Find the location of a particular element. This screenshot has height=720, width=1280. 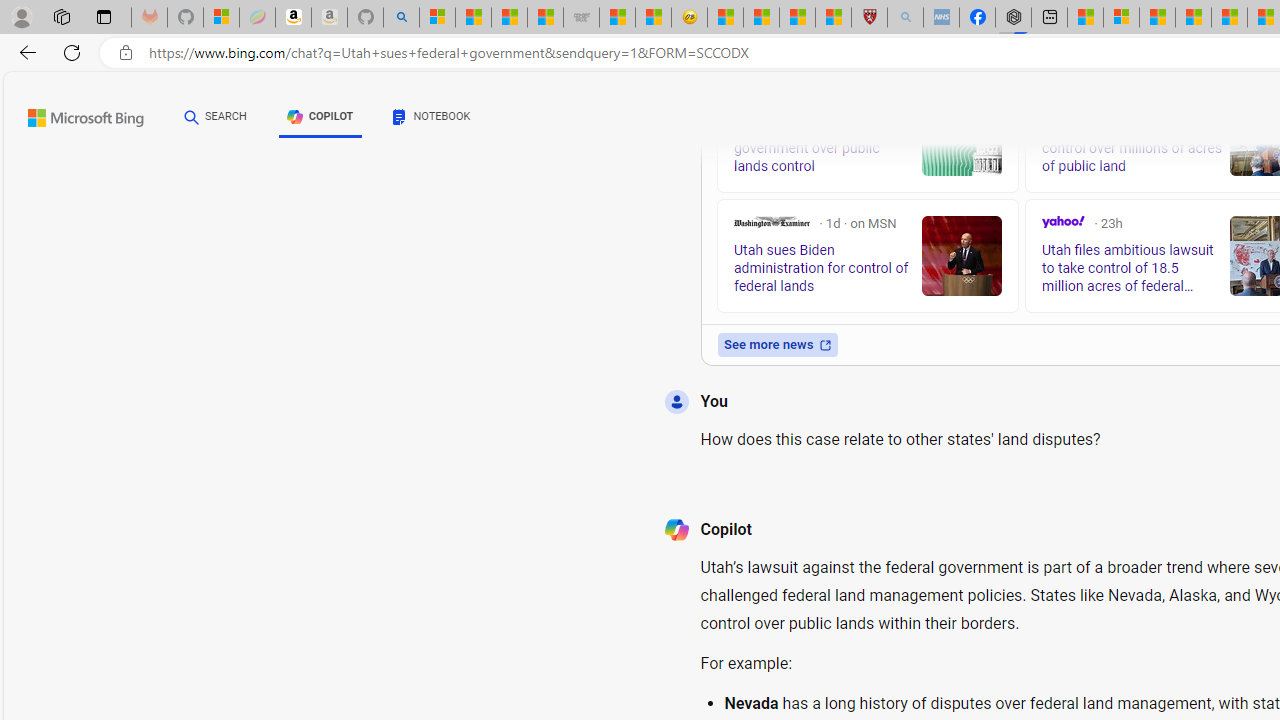

'Yahoo' is located at coordinates (1062, 222).